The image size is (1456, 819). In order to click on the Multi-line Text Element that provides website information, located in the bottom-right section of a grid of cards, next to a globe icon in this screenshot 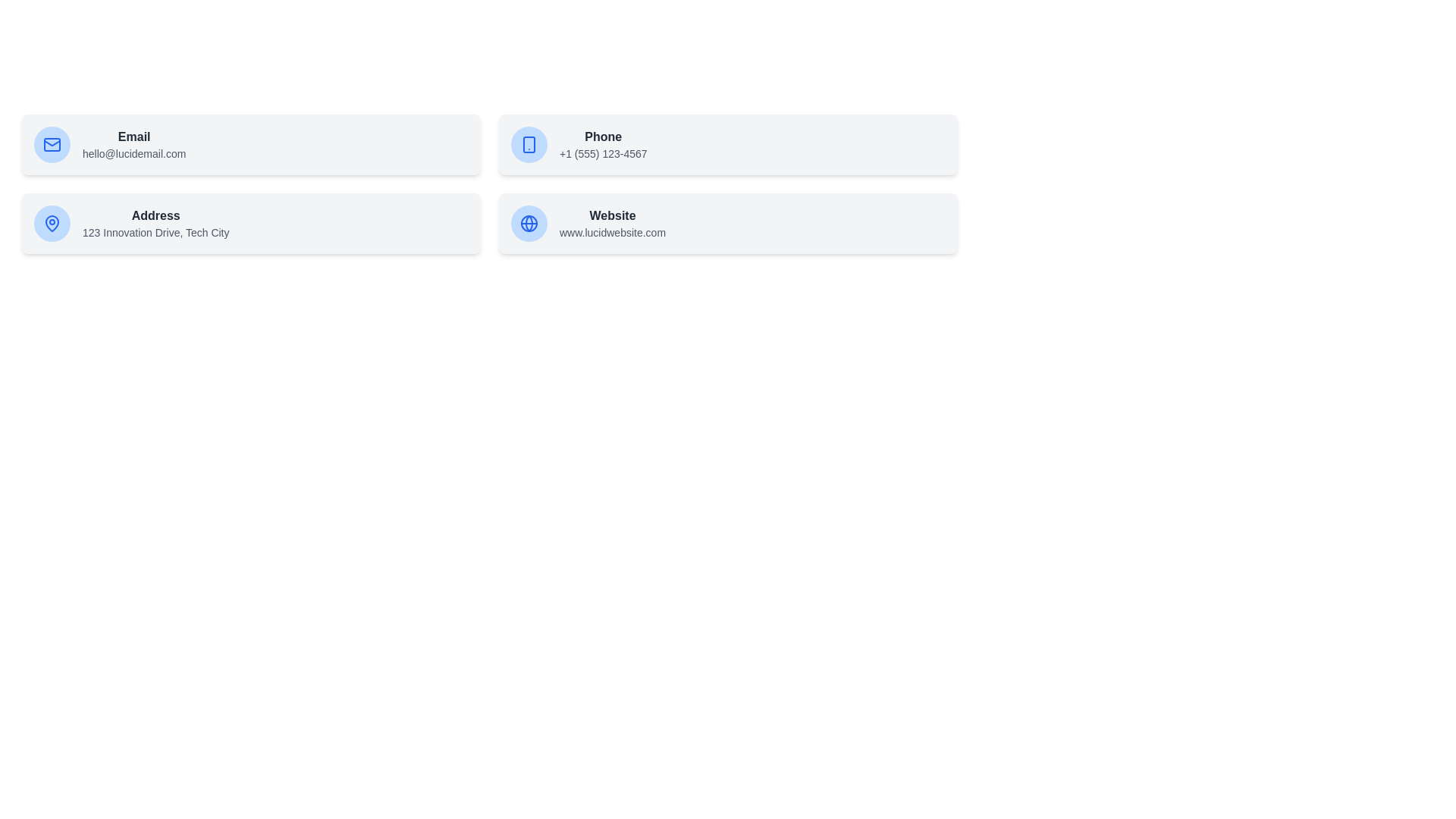, I will do `click(612, 223)`.